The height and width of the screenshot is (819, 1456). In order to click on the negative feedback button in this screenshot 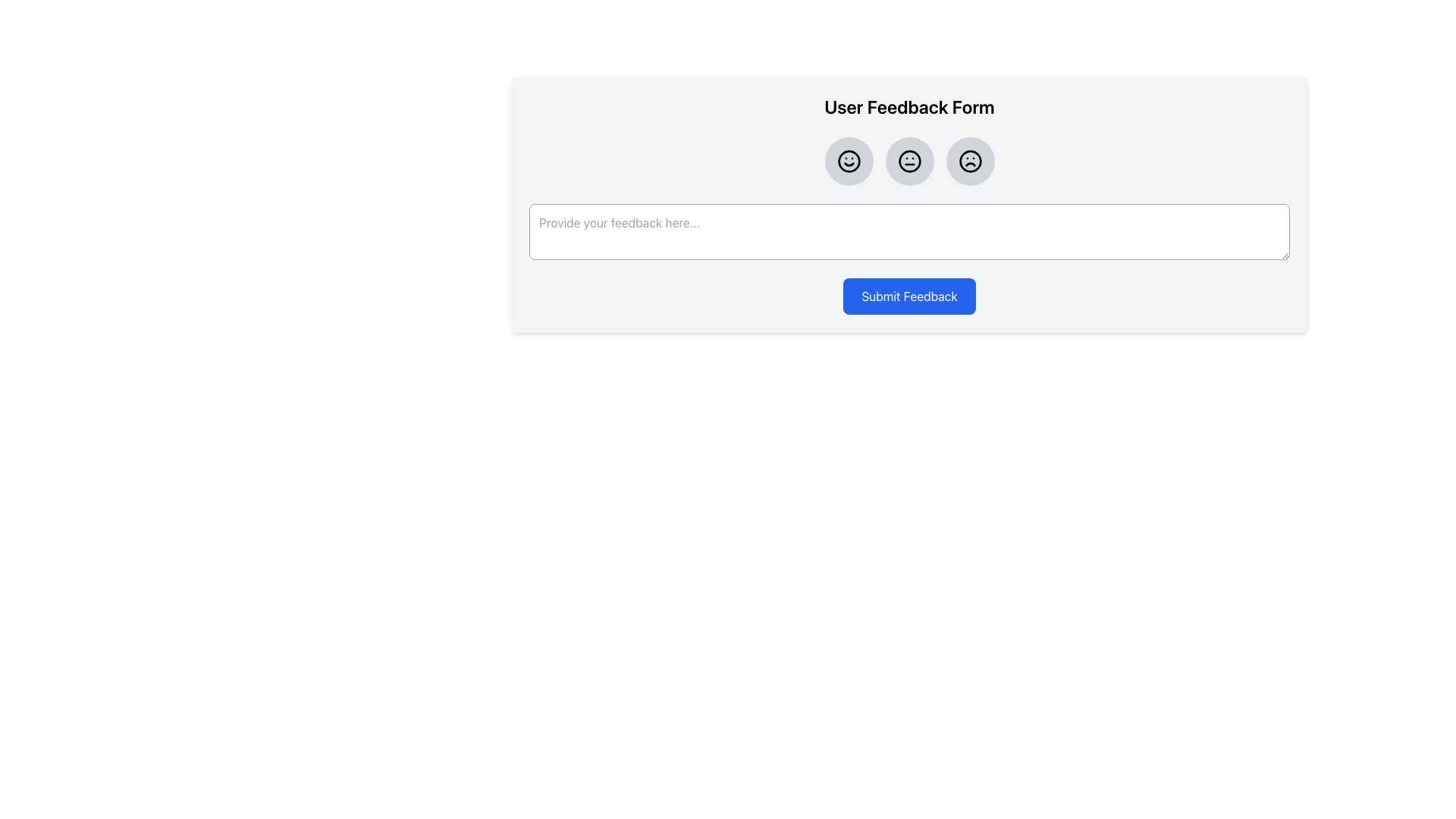, I will do `click(969, 161)`.